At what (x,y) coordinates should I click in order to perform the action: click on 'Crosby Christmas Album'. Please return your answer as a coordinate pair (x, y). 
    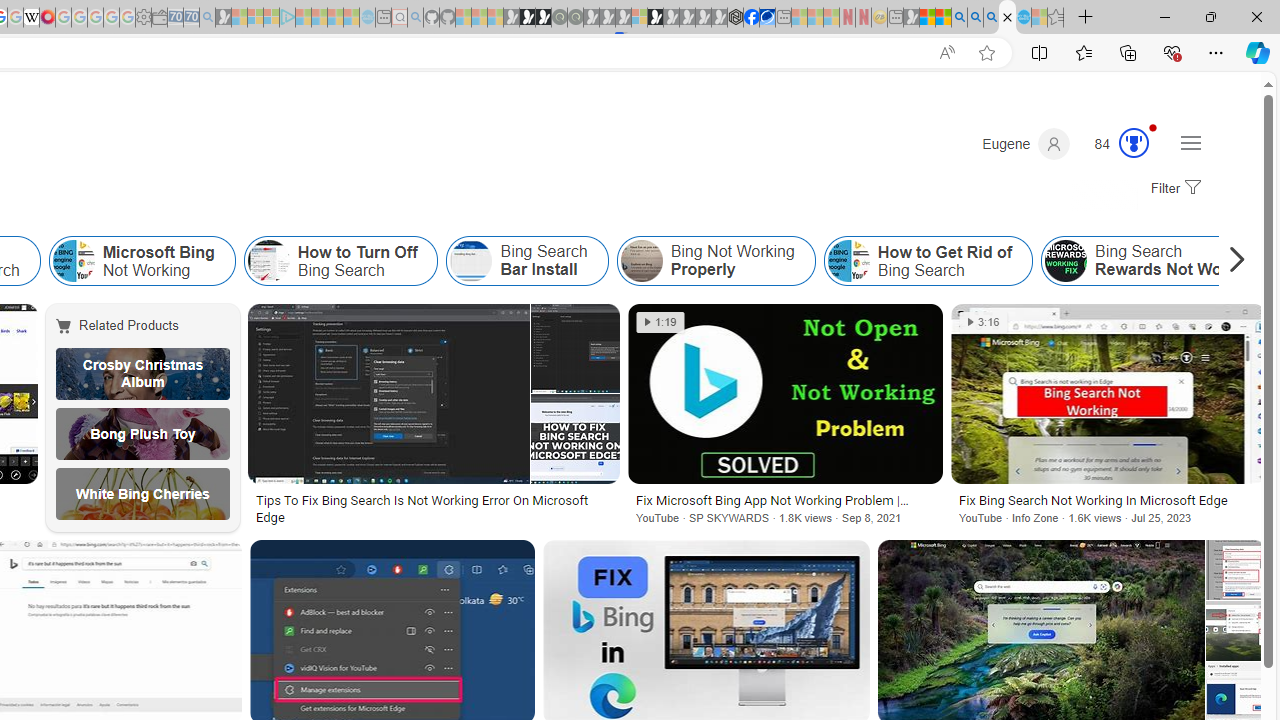
    Looking at the image, I should click on (142, 374).